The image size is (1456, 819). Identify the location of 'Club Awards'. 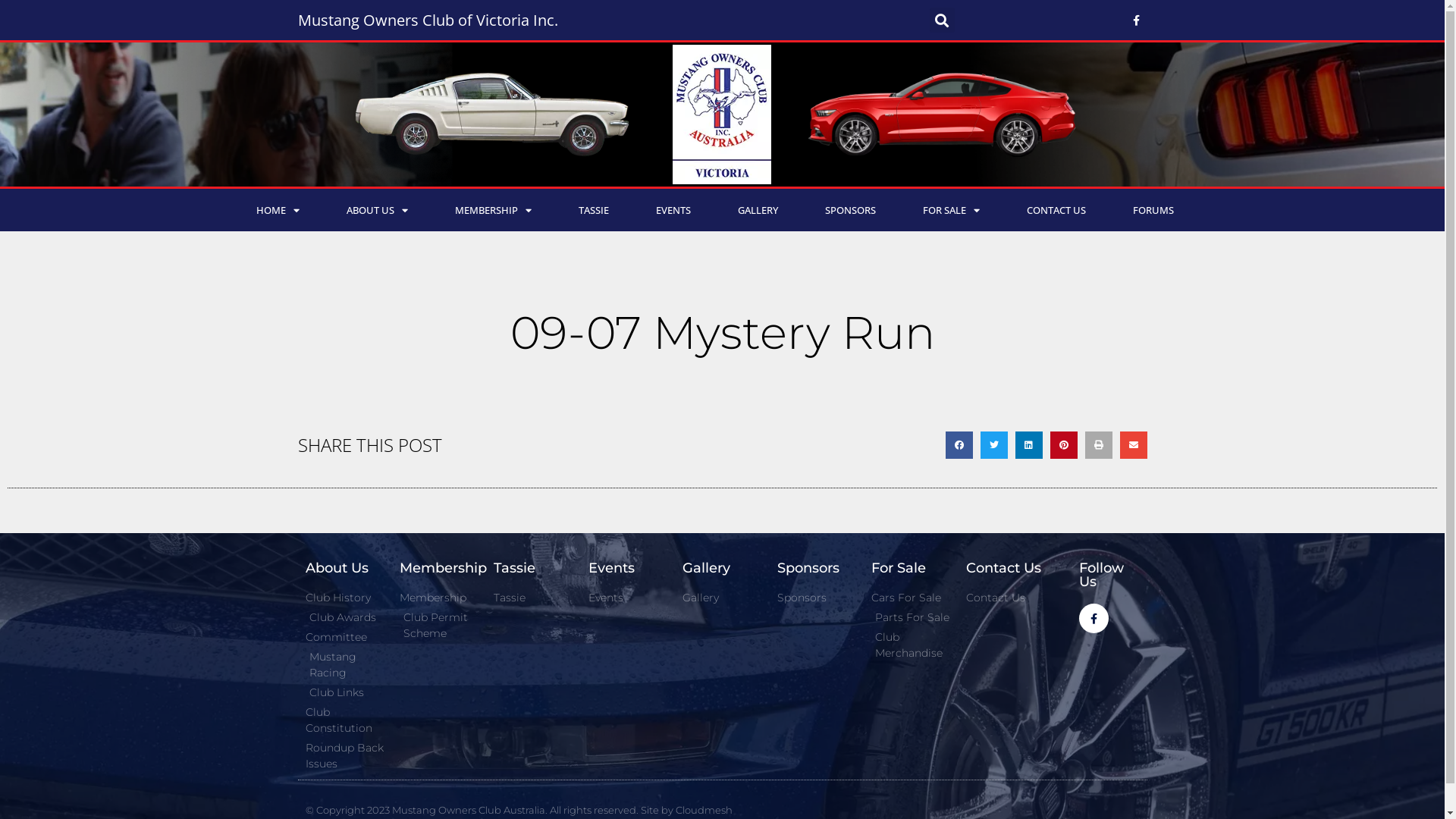
(344, 617).